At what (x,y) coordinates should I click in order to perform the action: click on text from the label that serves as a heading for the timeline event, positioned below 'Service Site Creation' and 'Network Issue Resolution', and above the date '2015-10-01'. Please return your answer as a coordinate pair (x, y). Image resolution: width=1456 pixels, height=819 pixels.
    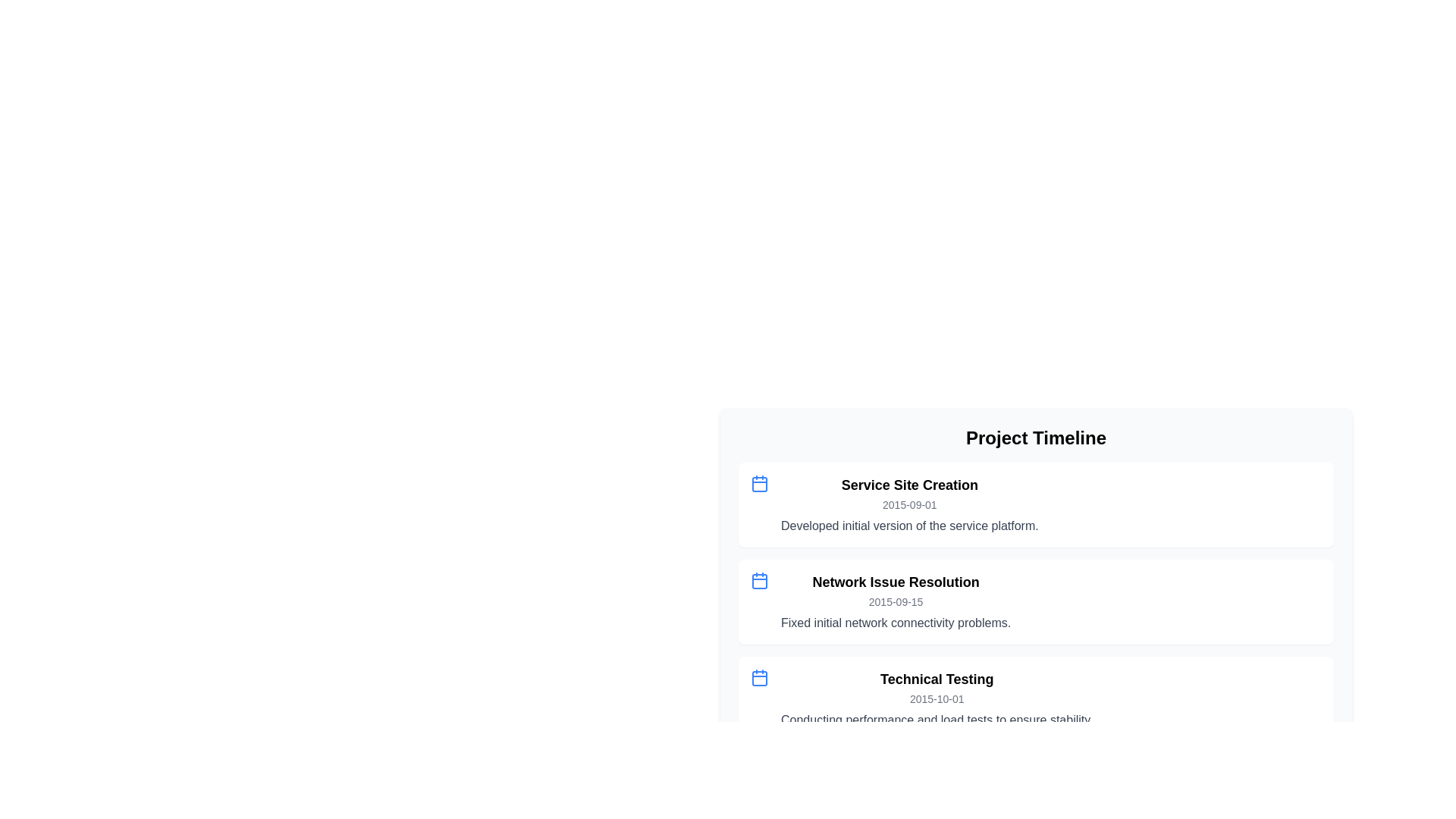
    Looking at the image, I should click on (936, 678).